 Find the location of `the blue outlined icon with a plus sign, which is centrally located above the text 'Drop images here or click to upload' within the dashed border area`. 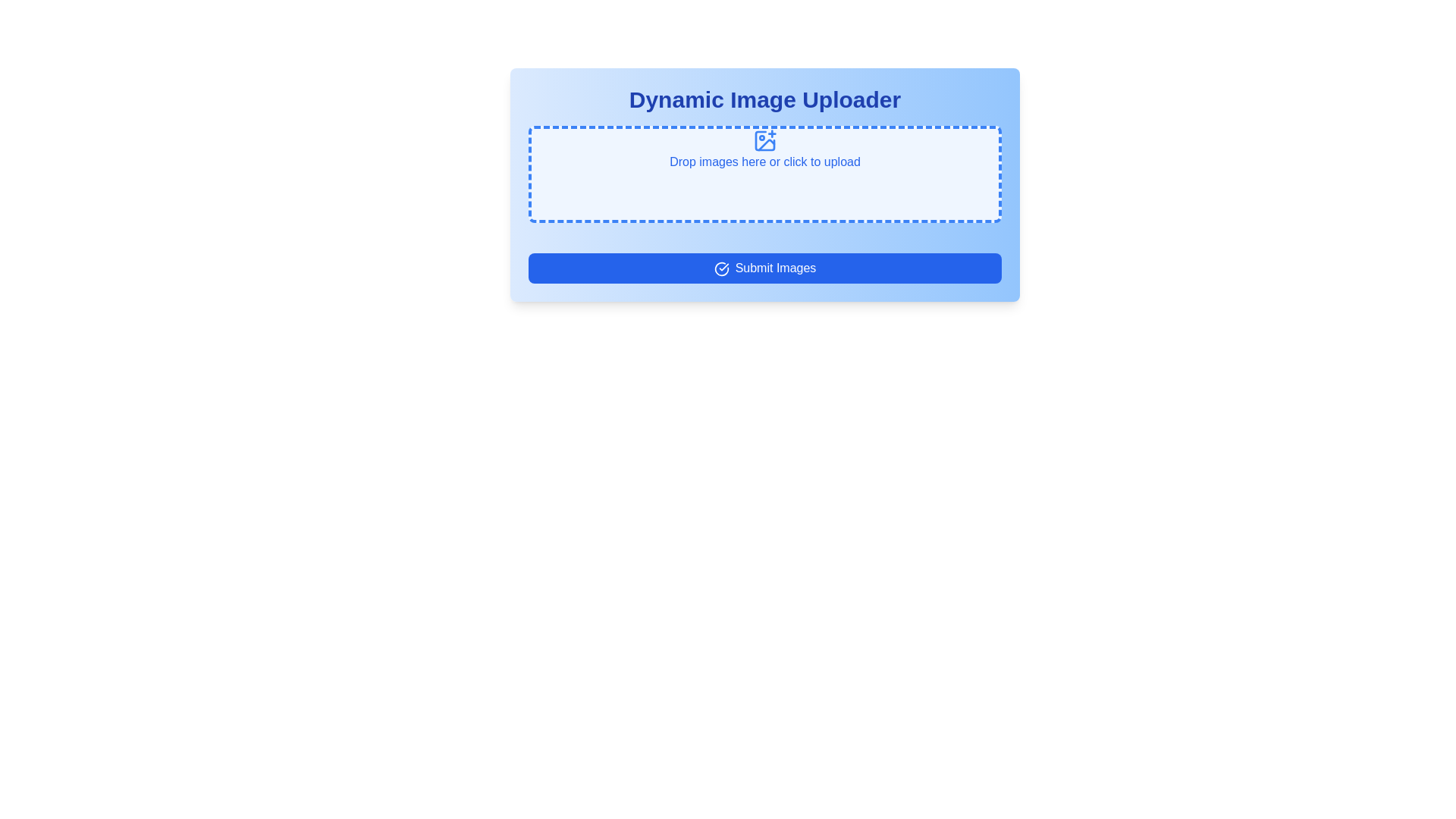

the blue outlined icon with a plus sign, which is centrally located above the text 'Drop images here or click to upload' within the dashed border area is located at coordinates (764, 140).